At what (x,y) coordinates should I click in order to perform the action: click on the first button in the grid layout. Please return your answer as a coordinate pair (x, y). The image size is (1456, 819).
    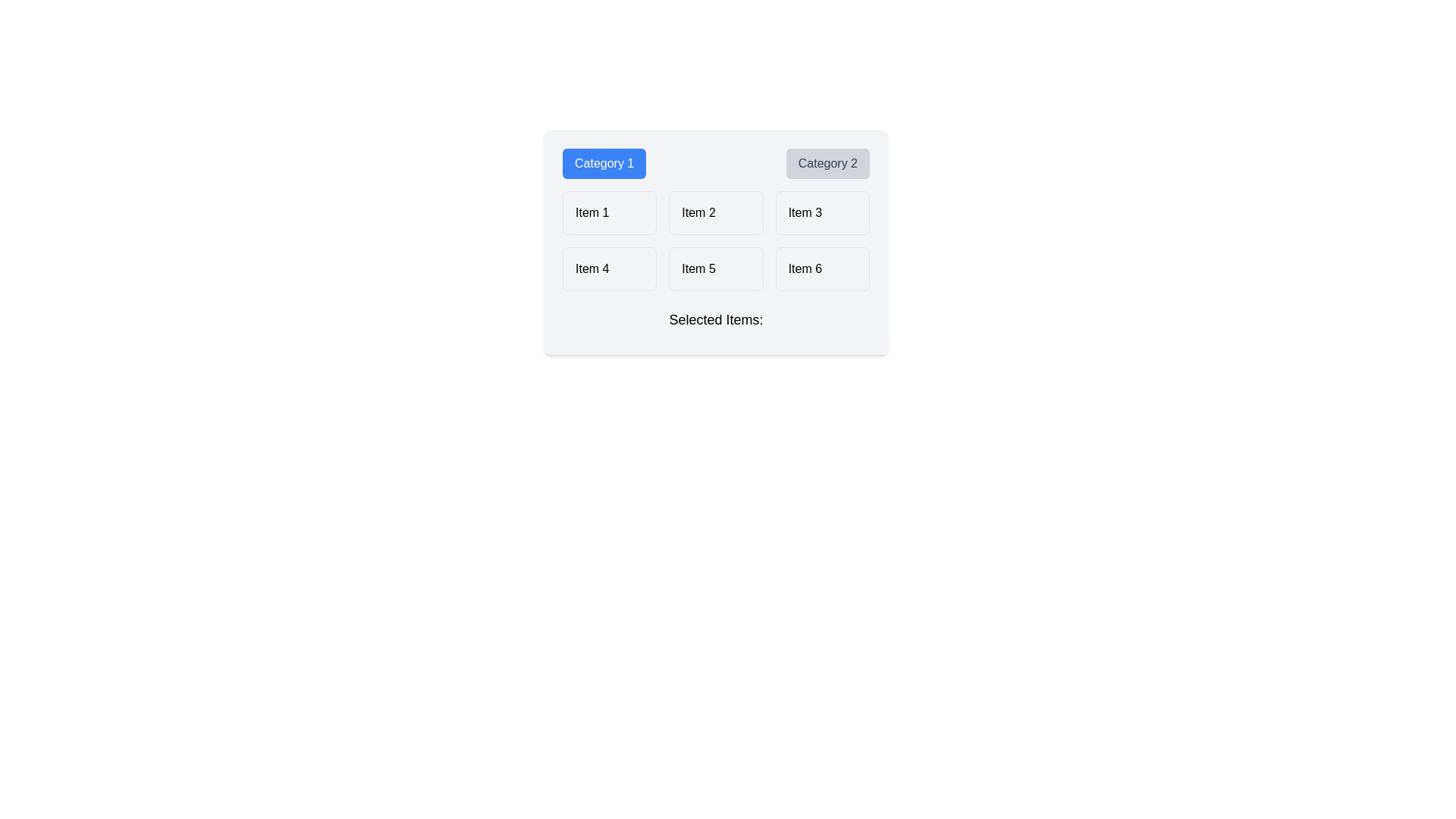
    Looking at the image, I should click on (610, 213).